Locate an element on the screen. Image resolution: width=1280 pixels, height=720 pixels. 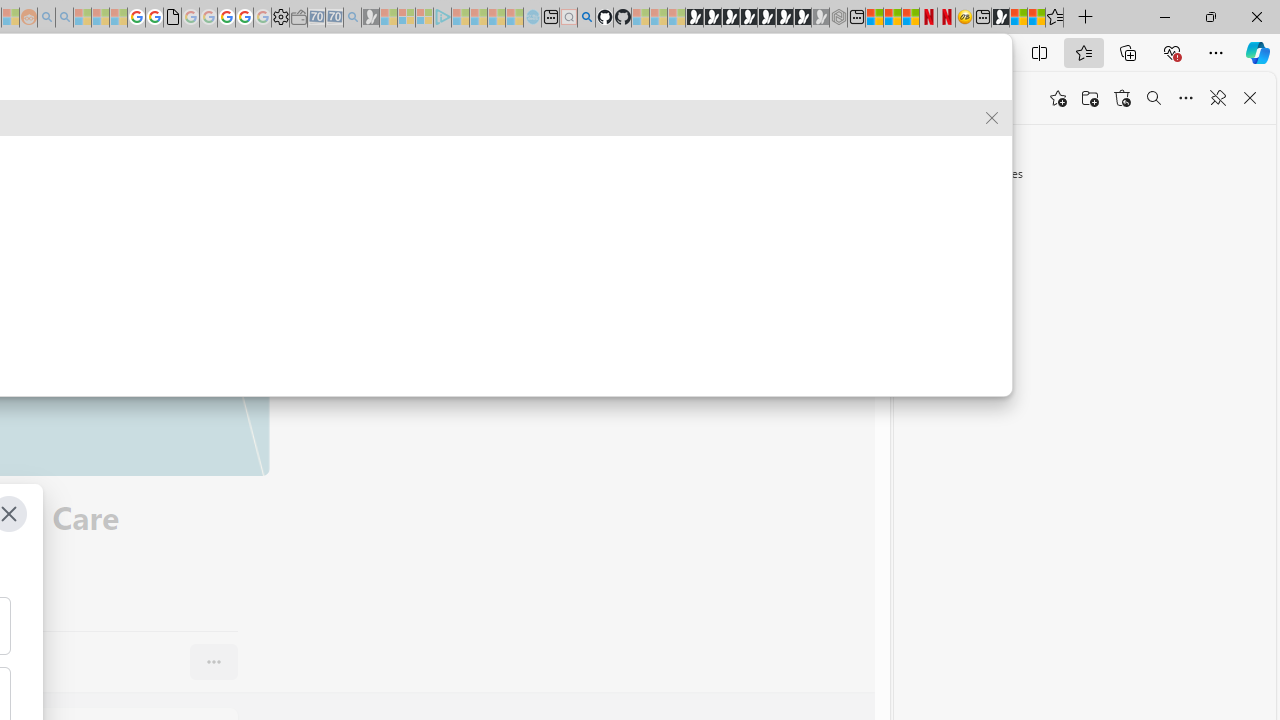
'Microsoft Start Gaming - Sleeping' is located at coordinates (370, 17).